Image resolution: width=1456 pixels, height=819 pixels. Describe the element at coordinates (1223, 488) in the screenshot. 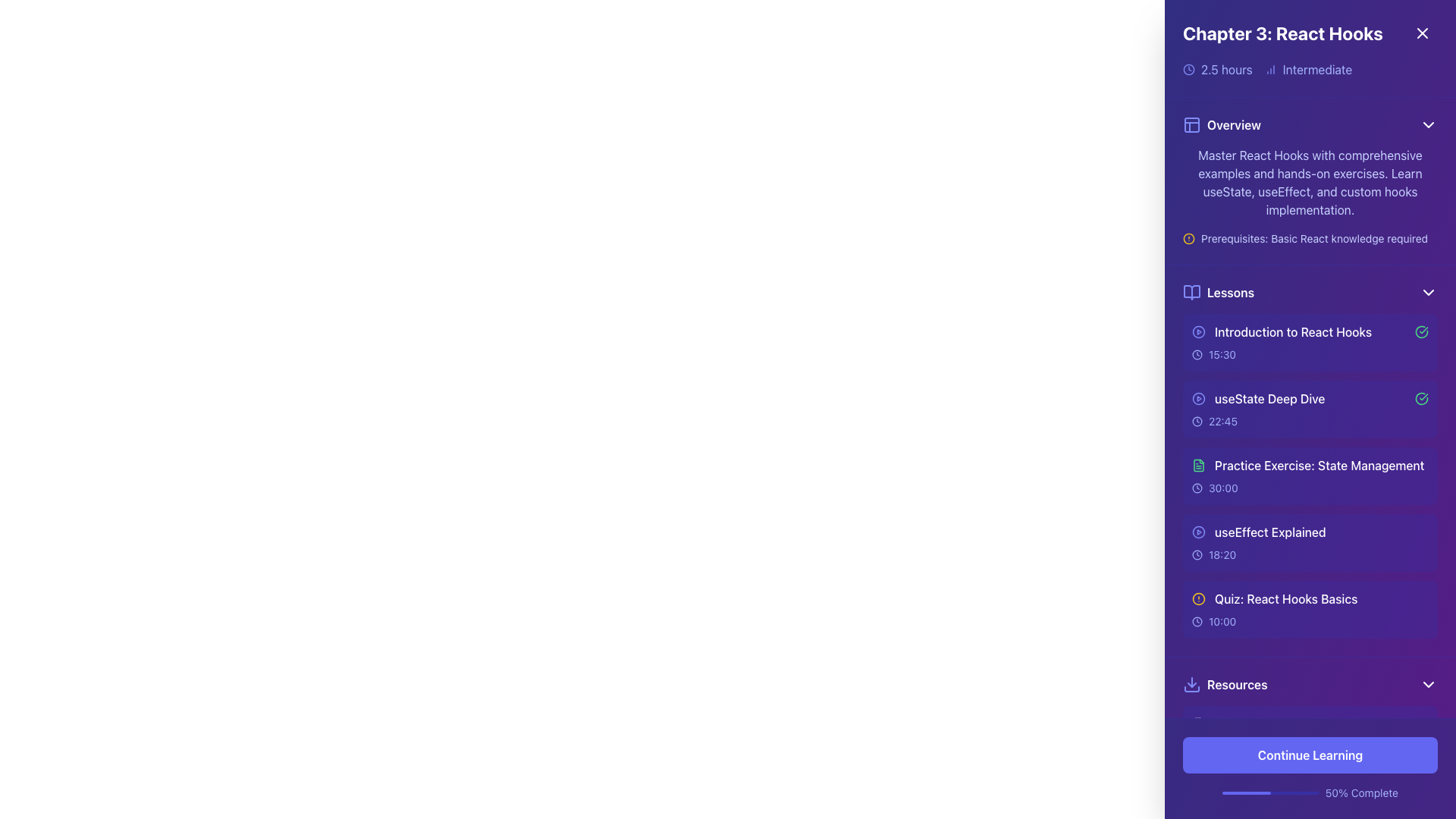

I see `text label displaying '30:00' in light indigo color on a deep purple background, located in the fourth row of the 'Lessons' section next to the clock icon` at that location.